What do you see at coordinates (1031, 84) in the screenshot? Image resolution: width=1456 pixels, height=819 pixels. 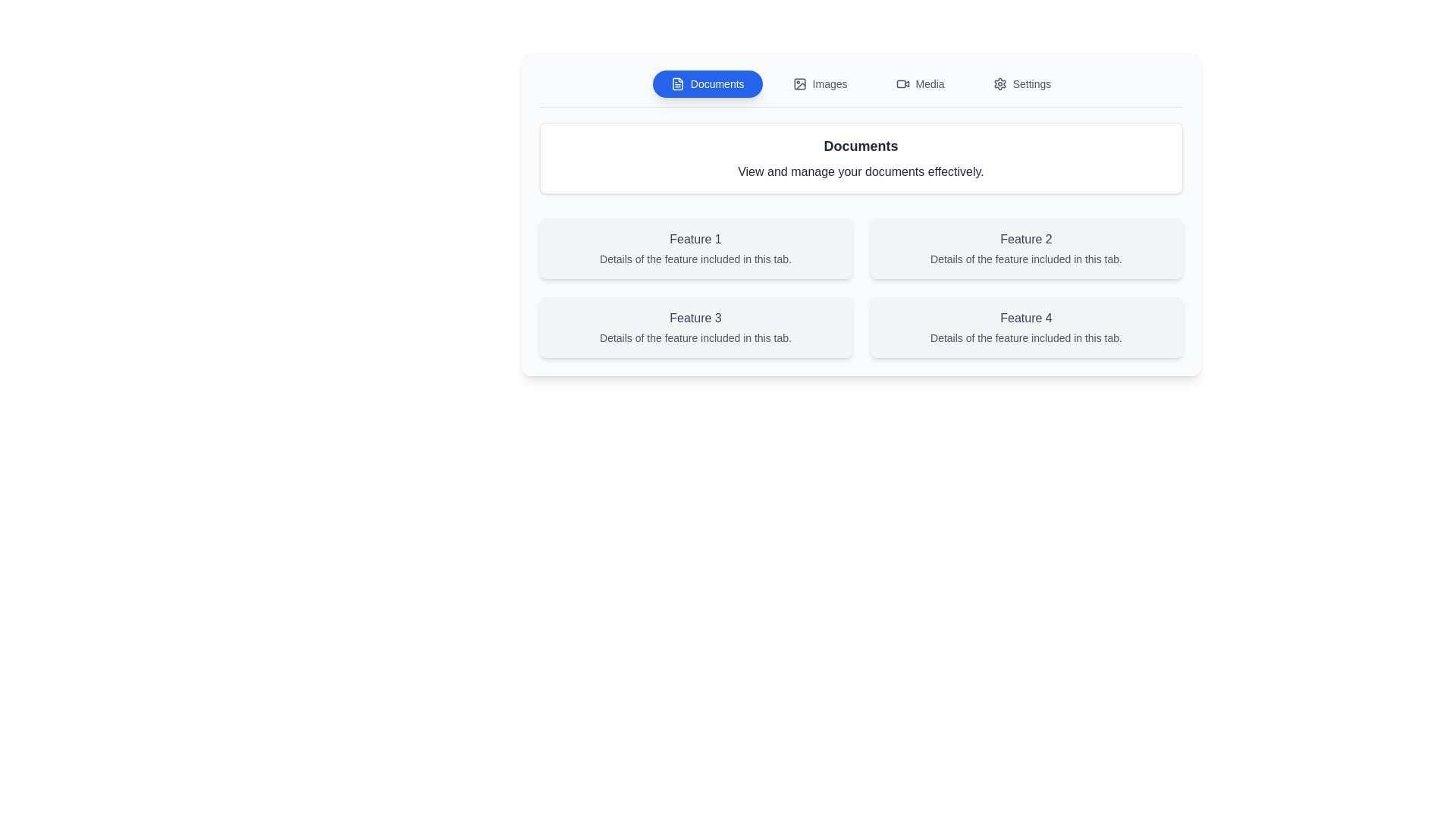 I see `text label displaying 'Settings' which is located near the upper-right corner of the navigation bar, to the right of a gear icon` at bounding box center [1031, 84].